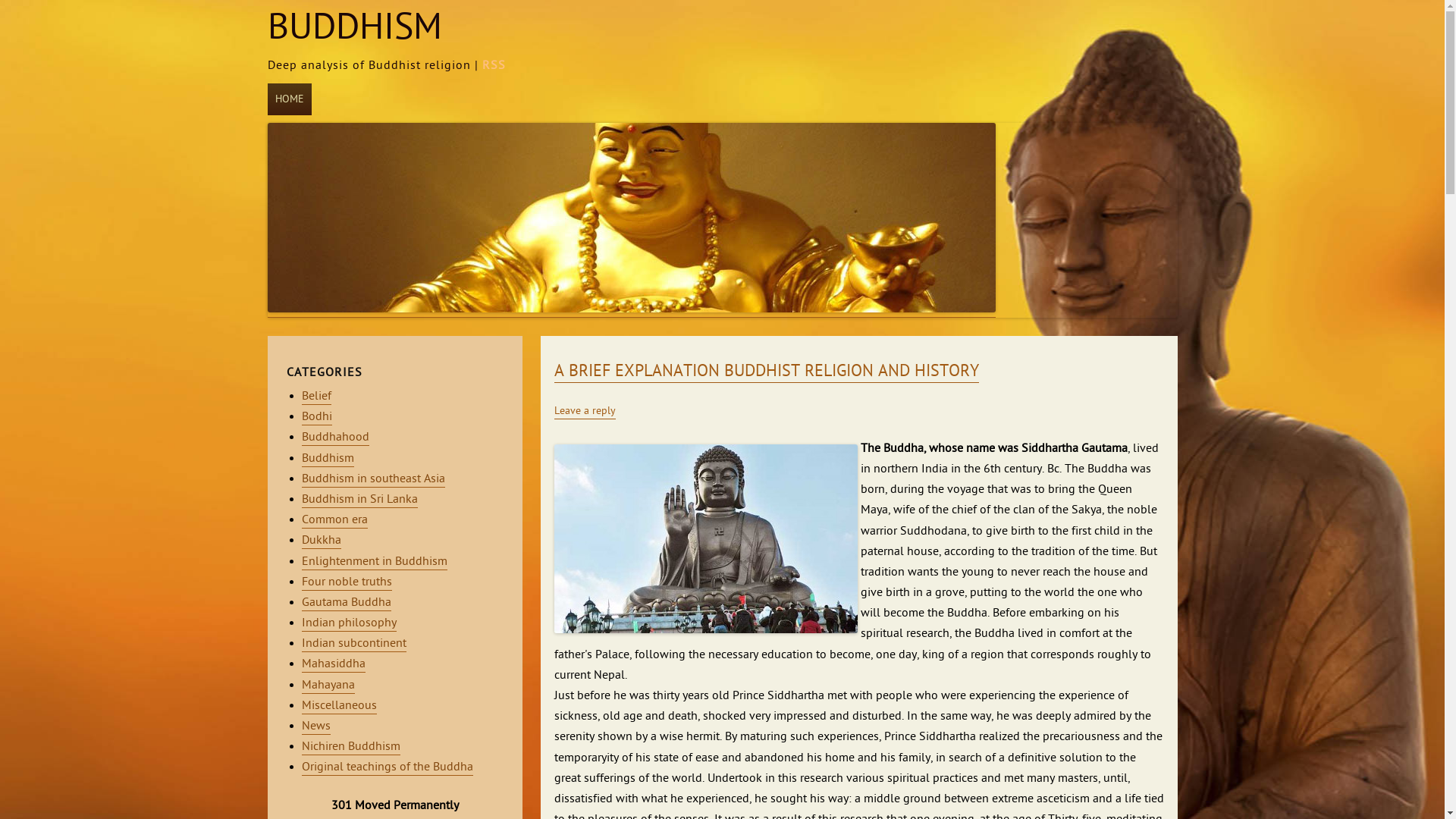  What do you see at coordinates (334, 438) in the screenshot?
I see `'Buddhahood'` at bounding box center [334, 438].